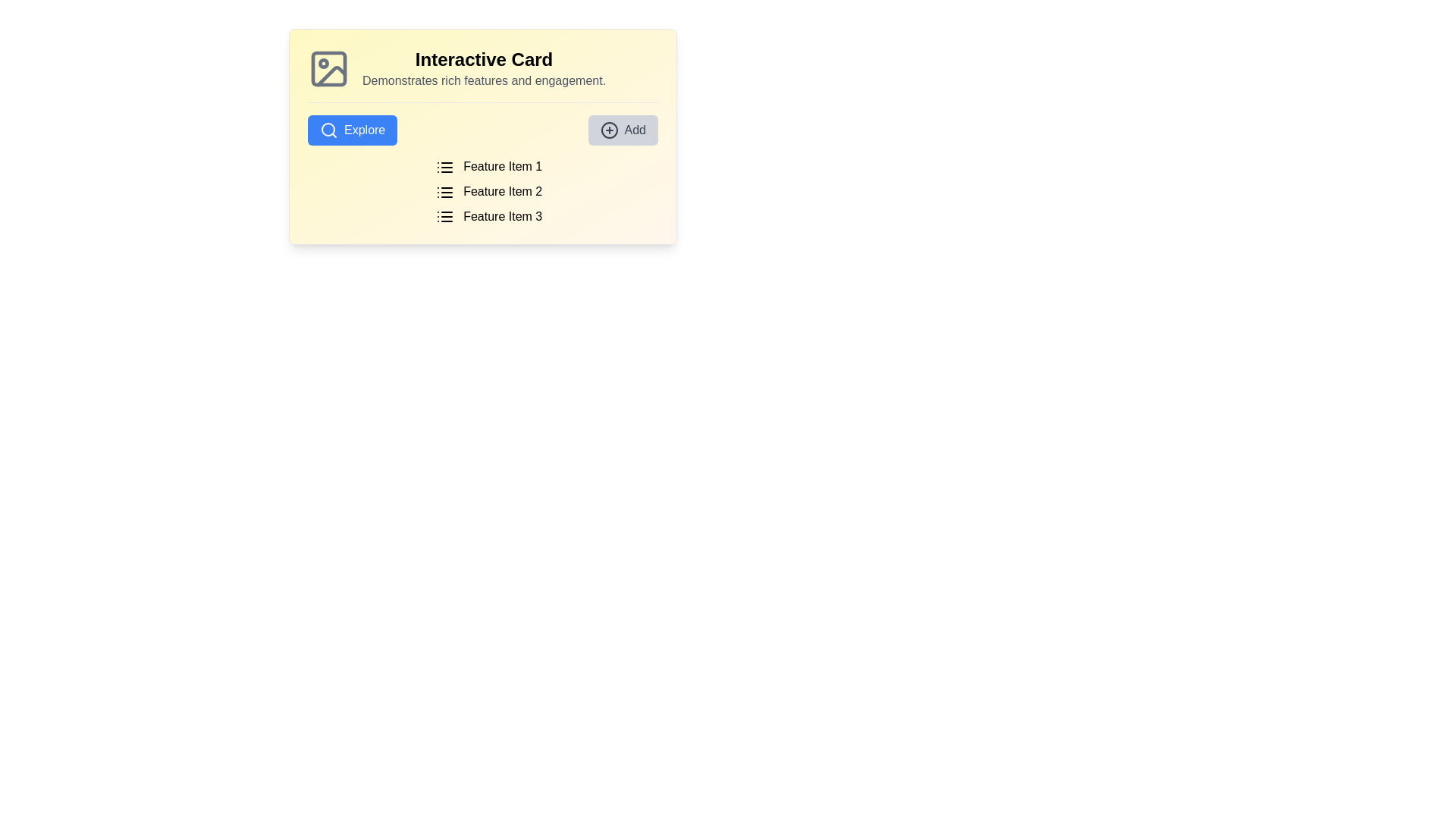 Image resolution: width=1456 pixels, height=819 pixels. What do you see at coordinates (488, 216) in the screenshot?
I see `the text item labeled 'Feature Item 3' which is accompanied by a decorative list icon, positioned below 'Feature Item 2' in the Interactive Card list` at bounding box center [488, 216].